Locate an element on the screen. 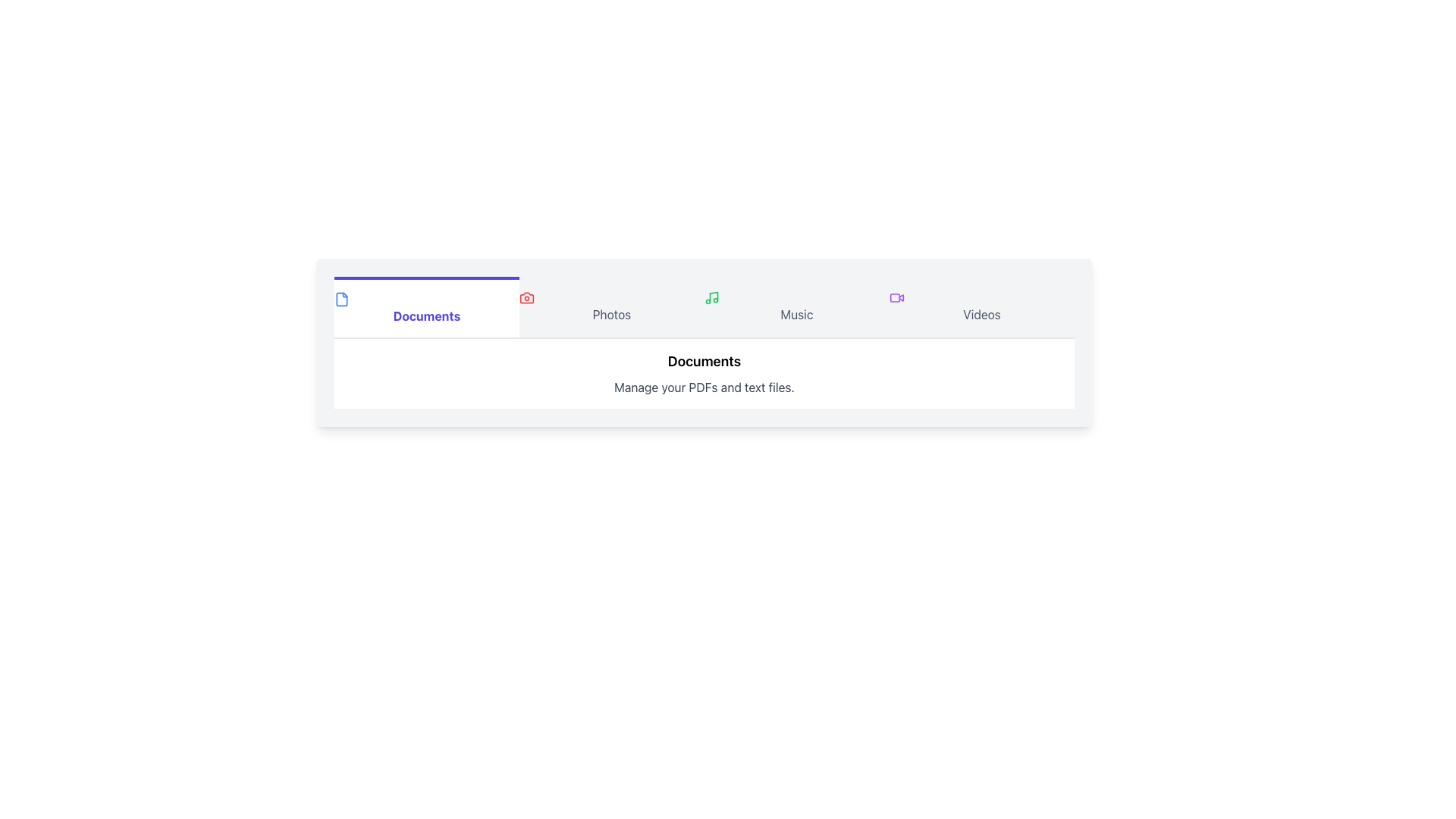 The image size is (1456, 819). the 'Documents' button, which is a rectangular button with bold indigo-colored text and a blue file icon on the left side, located on the top row of the navigation interface is located at coordinates (425, 307).